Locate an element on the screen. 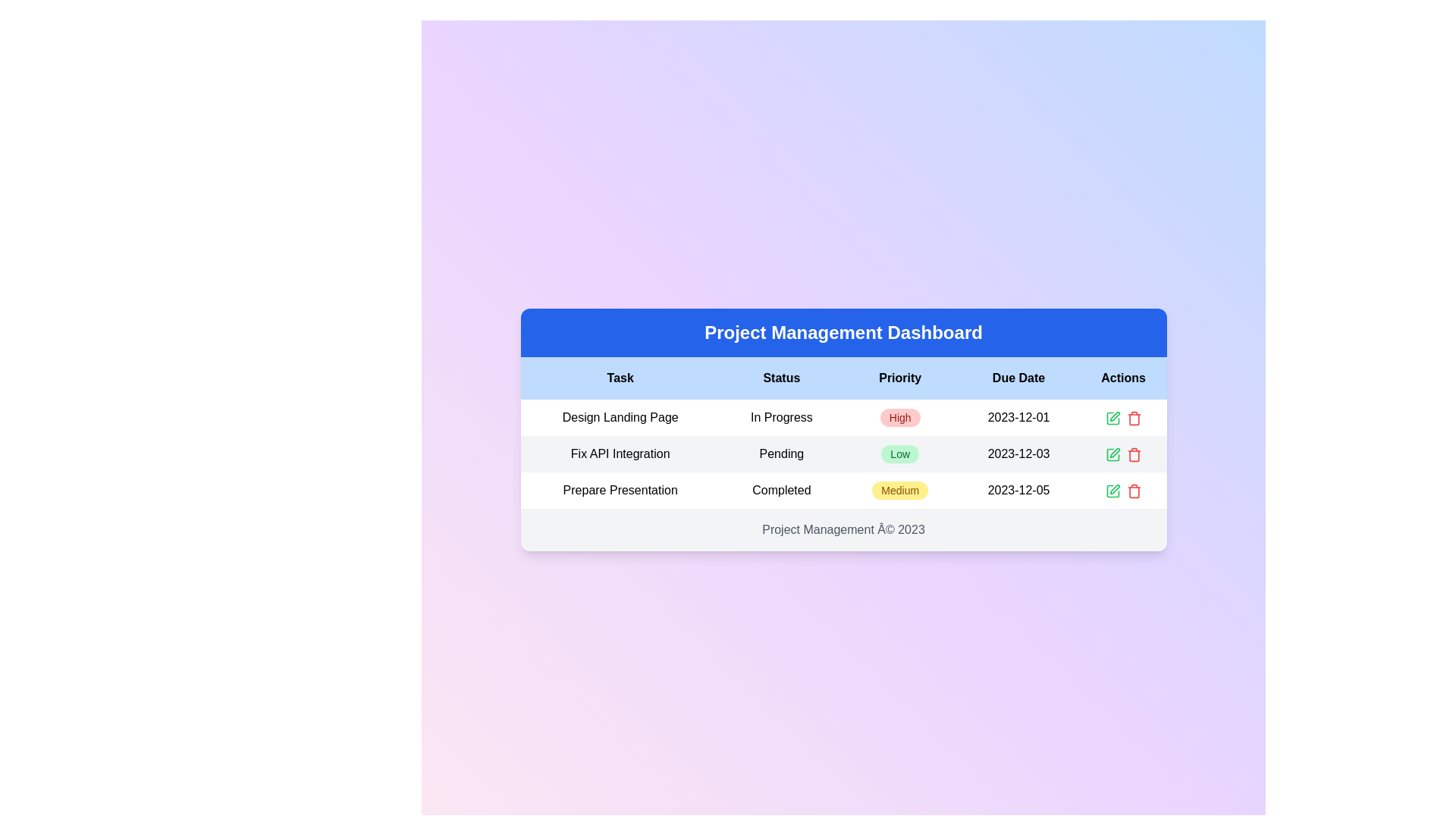  the third row in the task information table is located at coordinates (843, 491).